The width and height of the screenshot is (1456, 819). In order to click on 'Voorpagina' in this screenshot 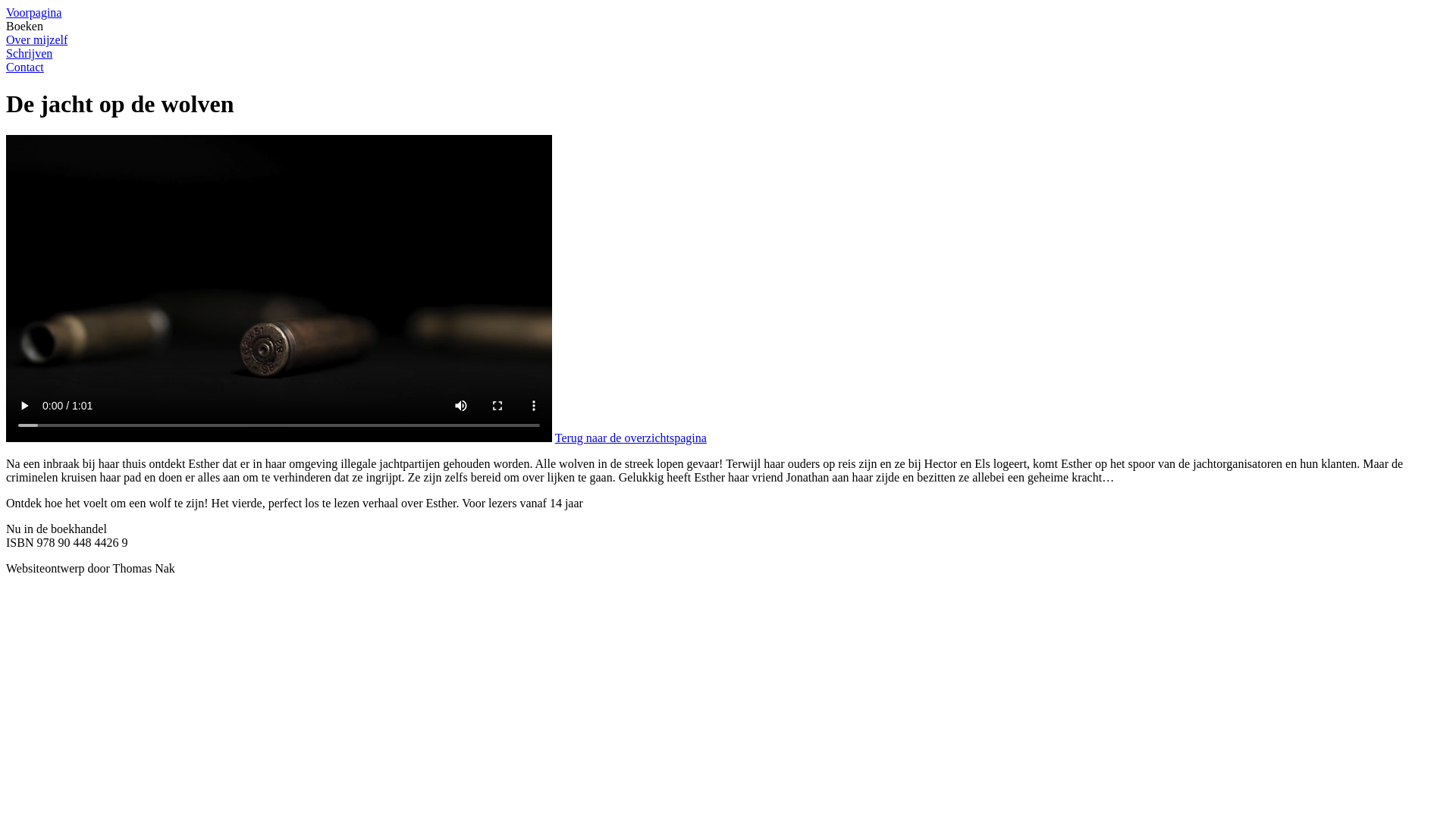, I will do `click(728, 12)`.